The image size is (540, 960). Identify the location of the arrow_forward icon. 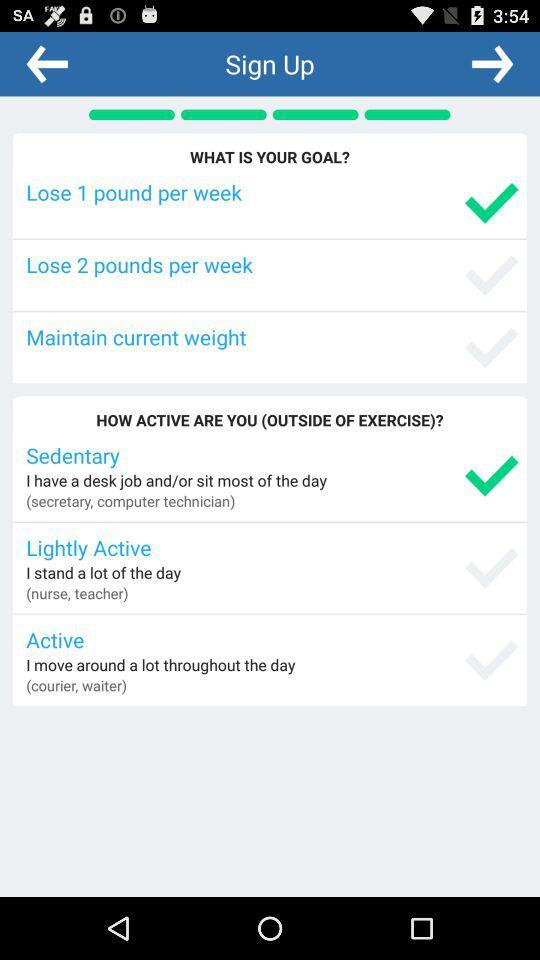
(491, 68).